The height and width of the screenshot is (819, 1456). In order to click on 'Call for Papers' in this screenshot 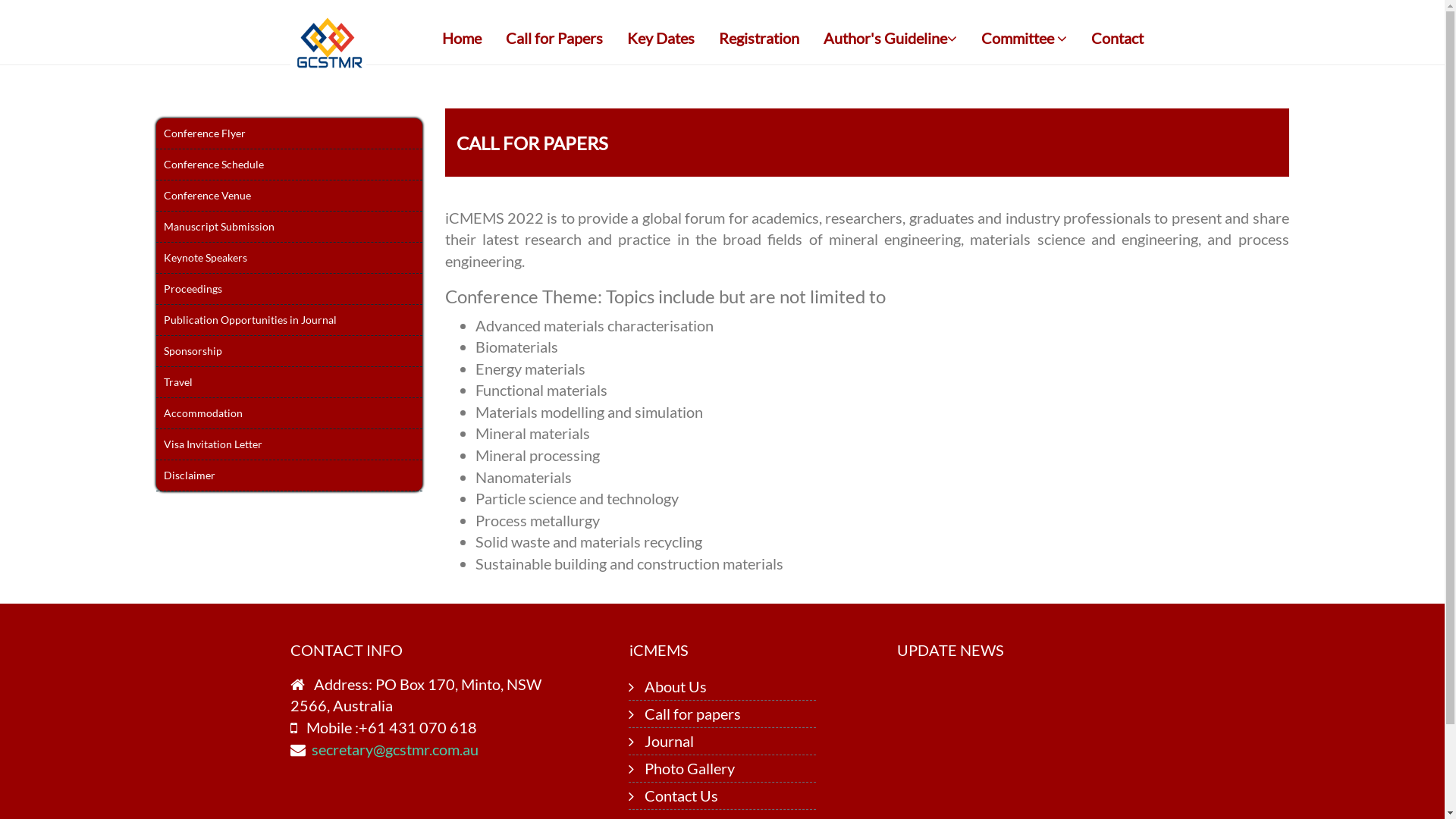, I will do `click(553, 37)`.